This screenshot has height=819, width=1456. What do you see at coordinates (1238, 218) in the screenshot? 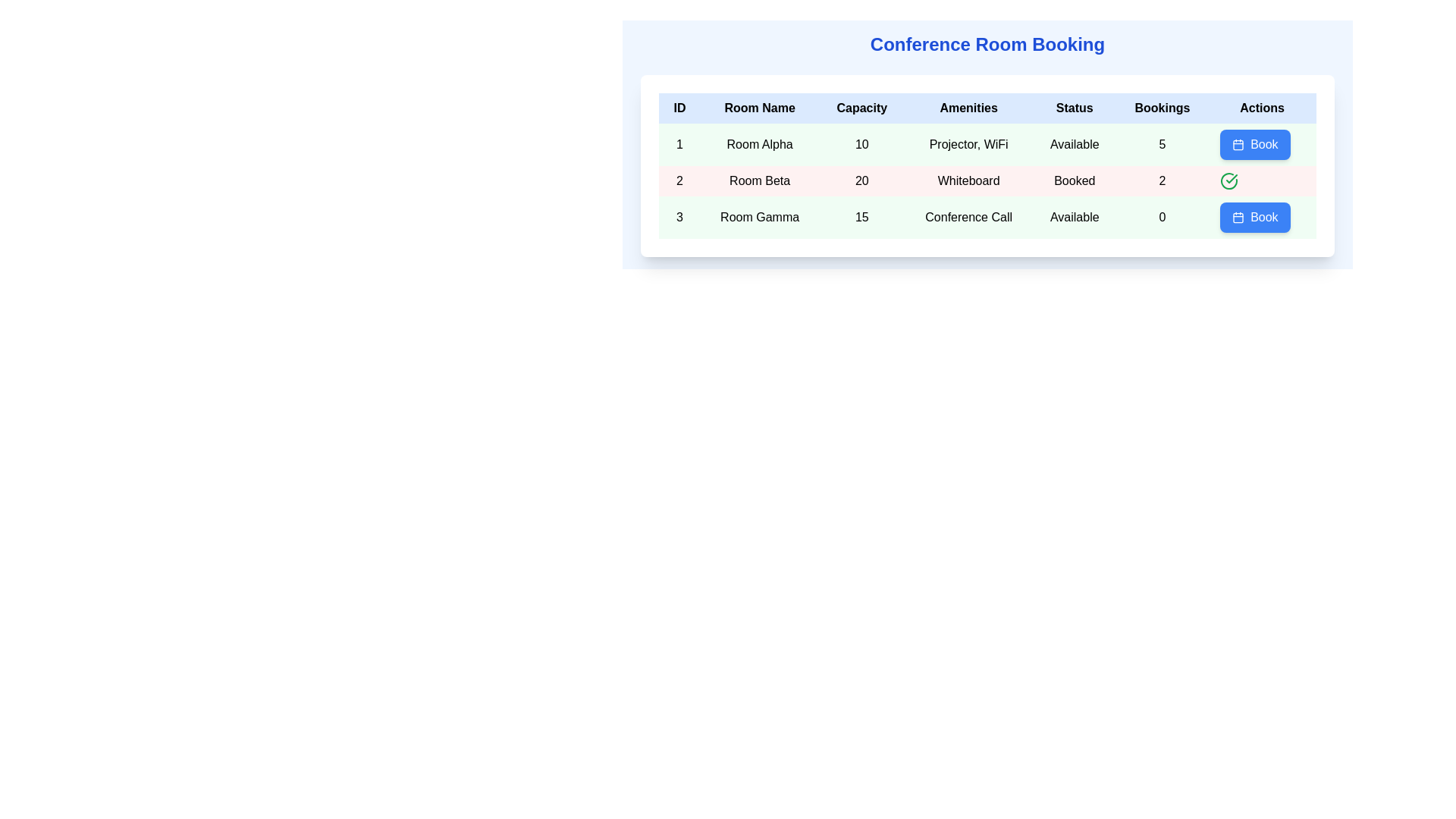
I see `the rectangular calendar icon with rounded corners, featuring a blue background, located in the 'Actions' column of the third row of the table` at bounding box center [1238, 218].